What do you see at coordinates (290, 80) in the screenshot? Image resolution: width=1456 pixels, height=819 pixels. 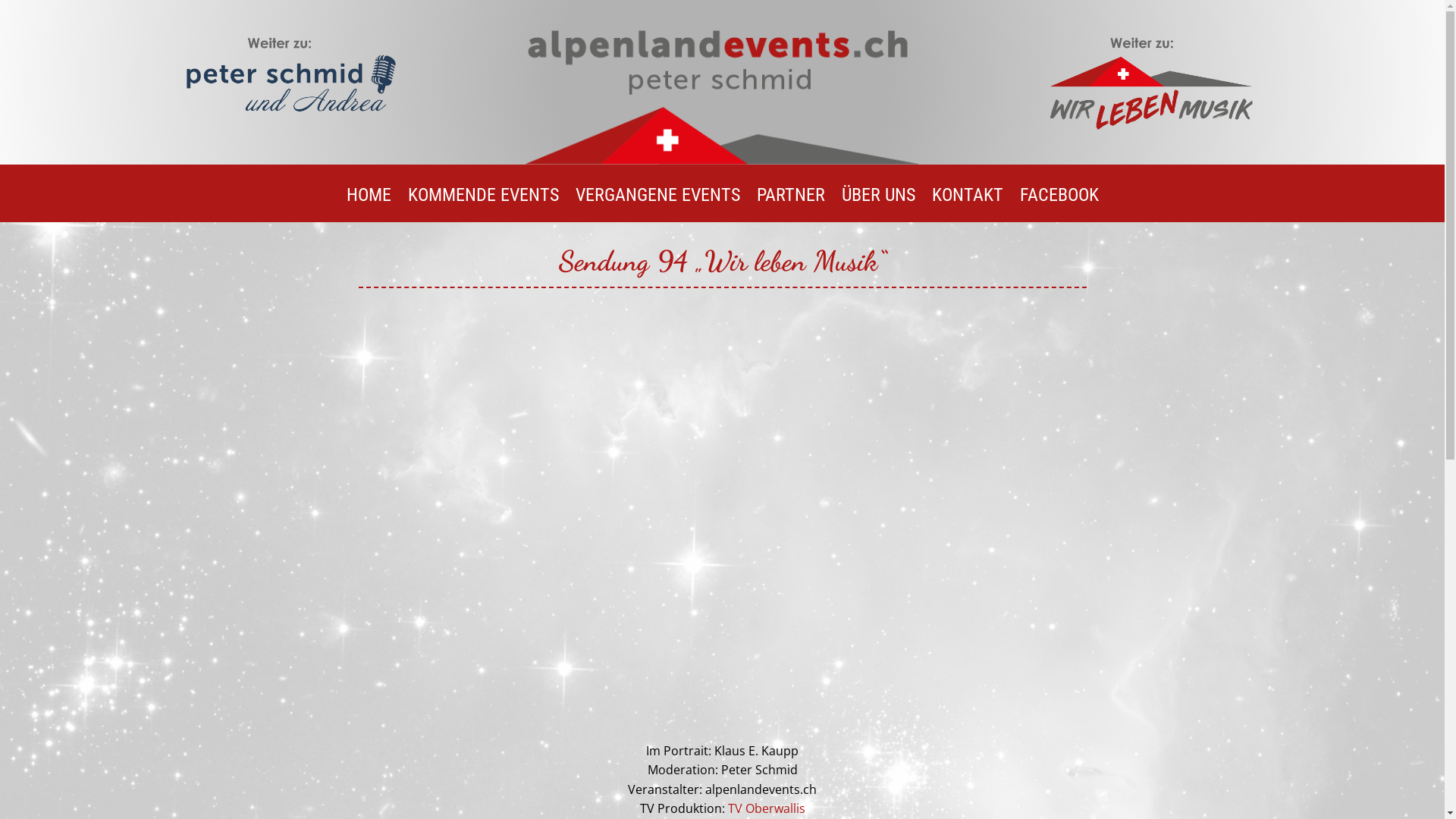 I see `'Peter Schmid & Andrea_weiter zu'` at bounding box center [290, 80].